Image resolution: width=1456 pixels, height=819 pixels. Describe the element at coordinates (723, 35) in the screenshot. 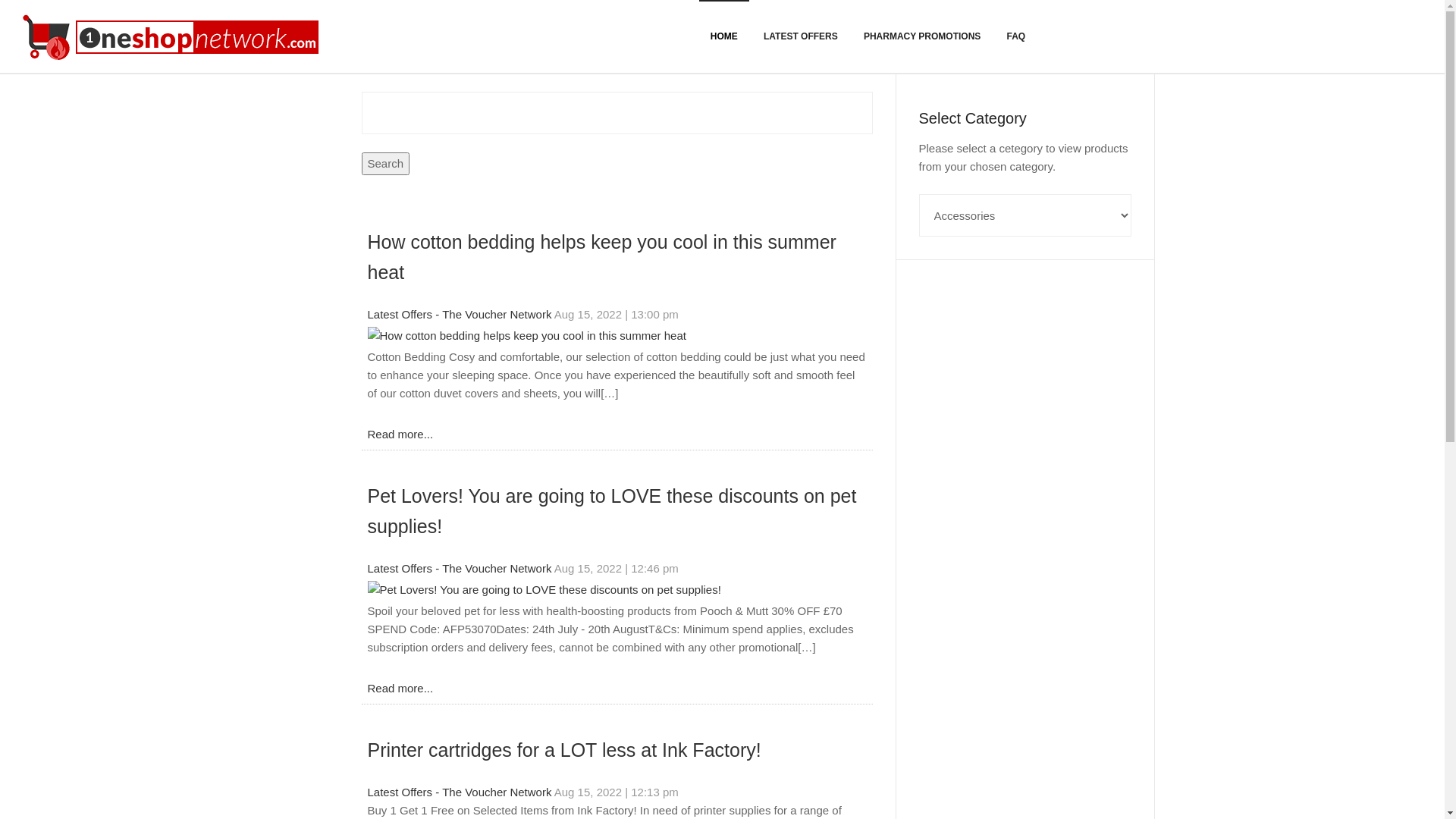

I see `'HOME'` at that location.